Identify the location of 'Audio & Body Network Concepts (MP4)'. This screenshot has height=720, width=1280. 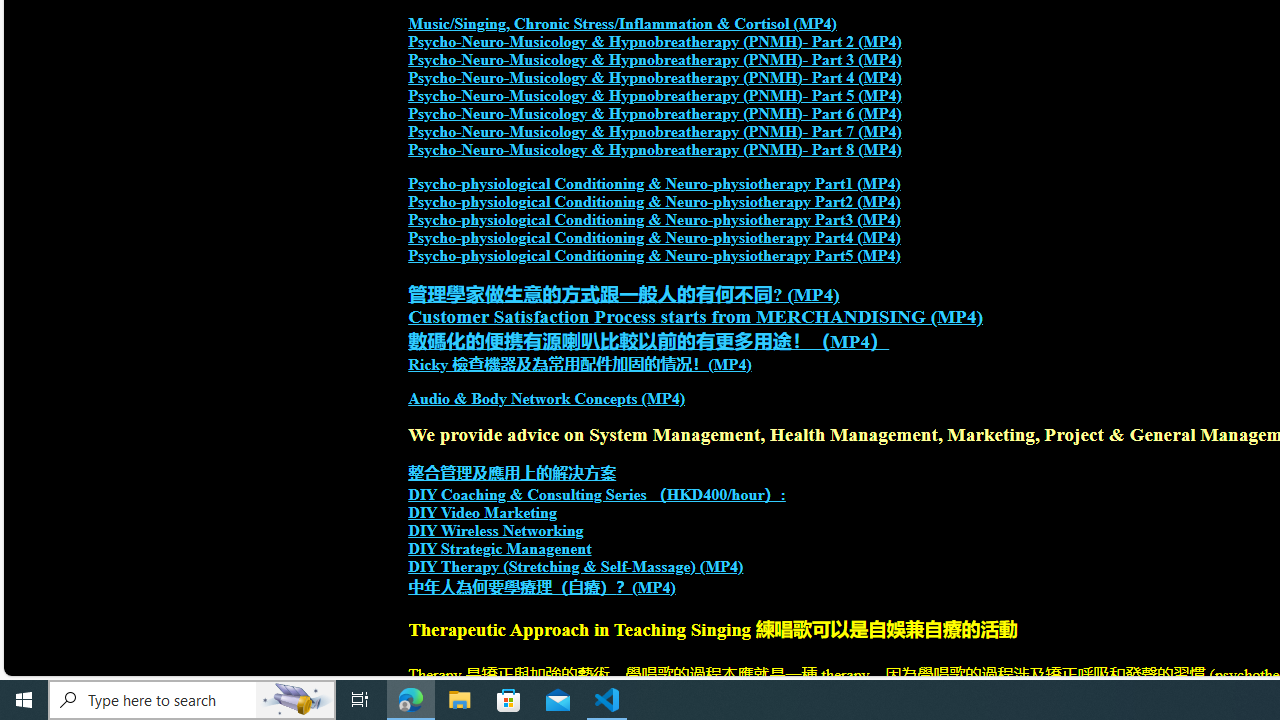
(547, 399).